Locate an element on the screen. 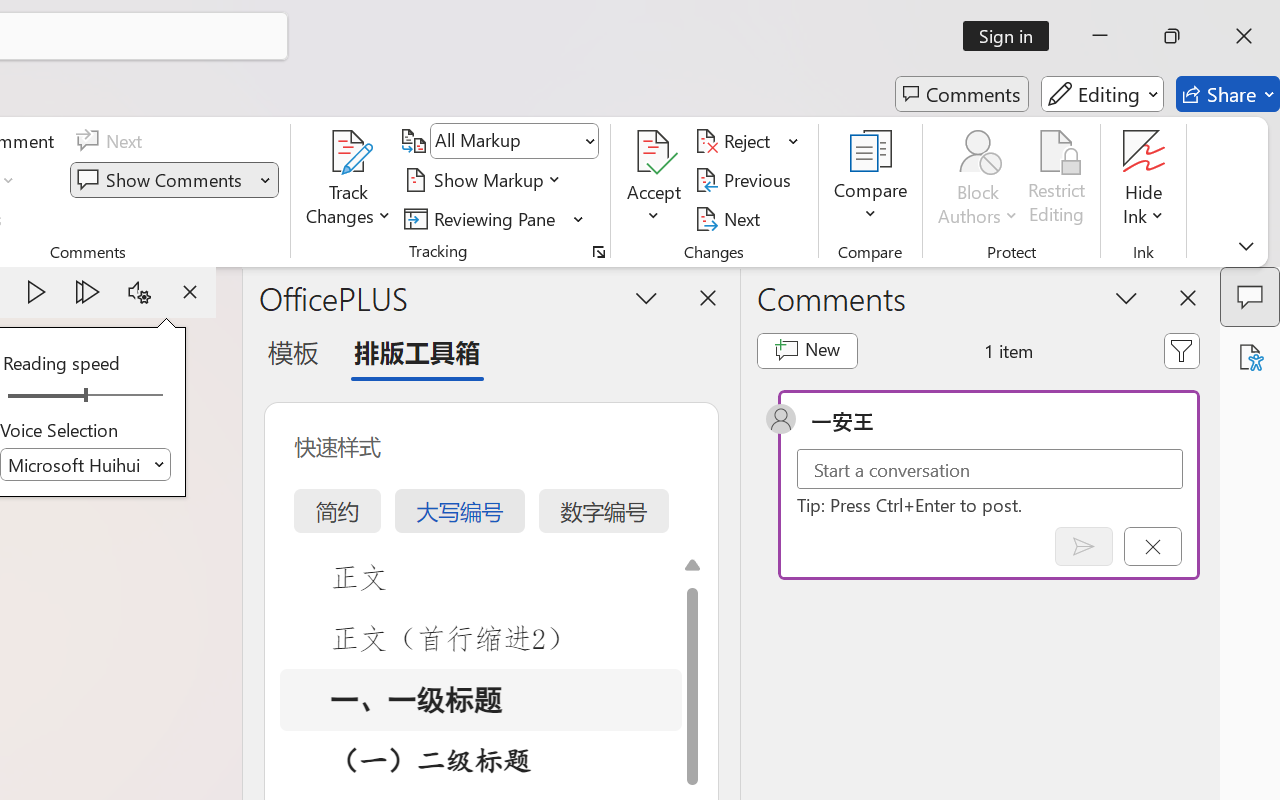 The width and height of the screenshot is (1280, 800). 'Block Authors' is located at coordinates (977, 151).